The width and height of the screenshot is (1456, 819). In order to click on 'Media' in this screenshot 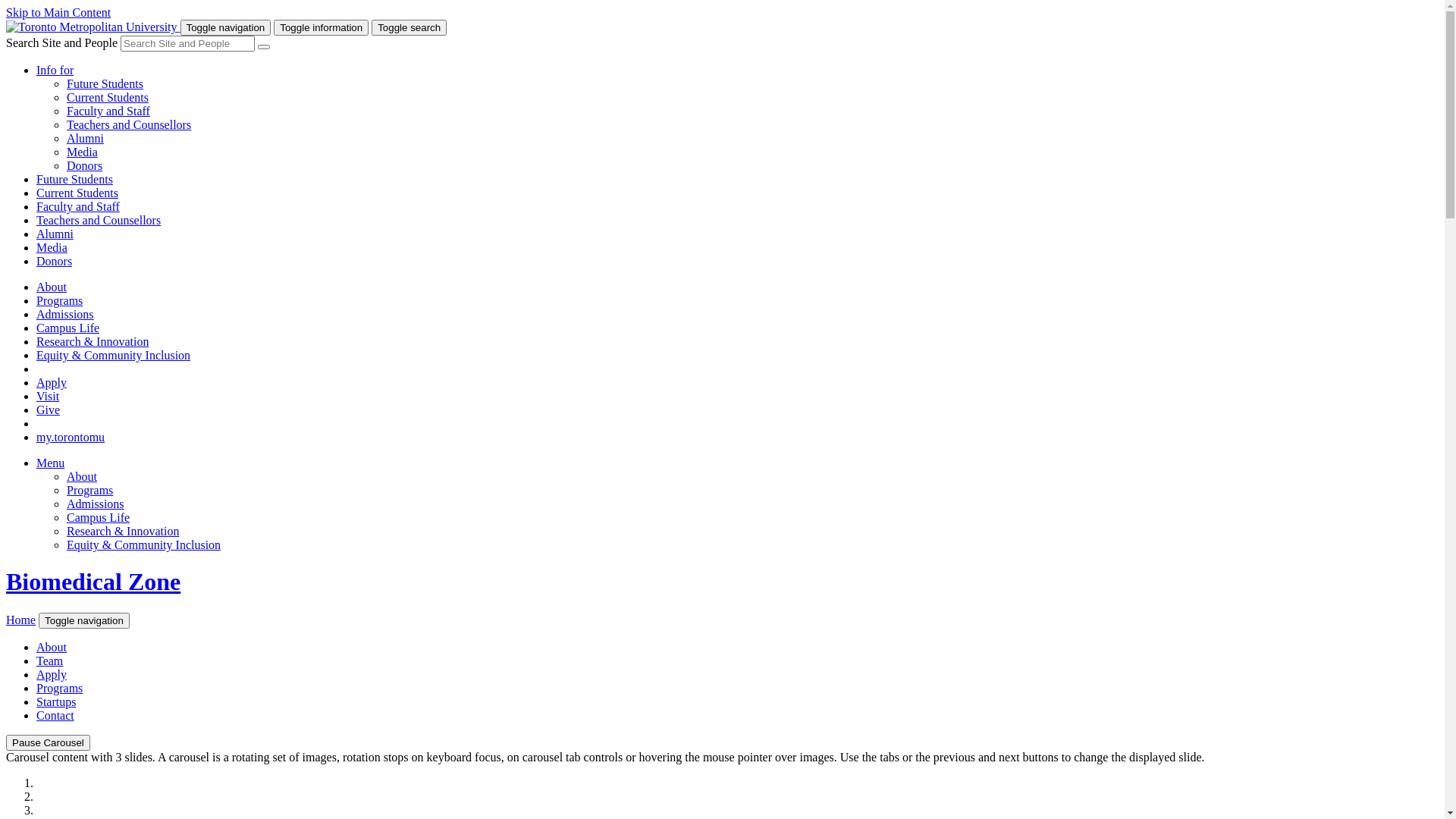, I will do `click(52, 246)`.